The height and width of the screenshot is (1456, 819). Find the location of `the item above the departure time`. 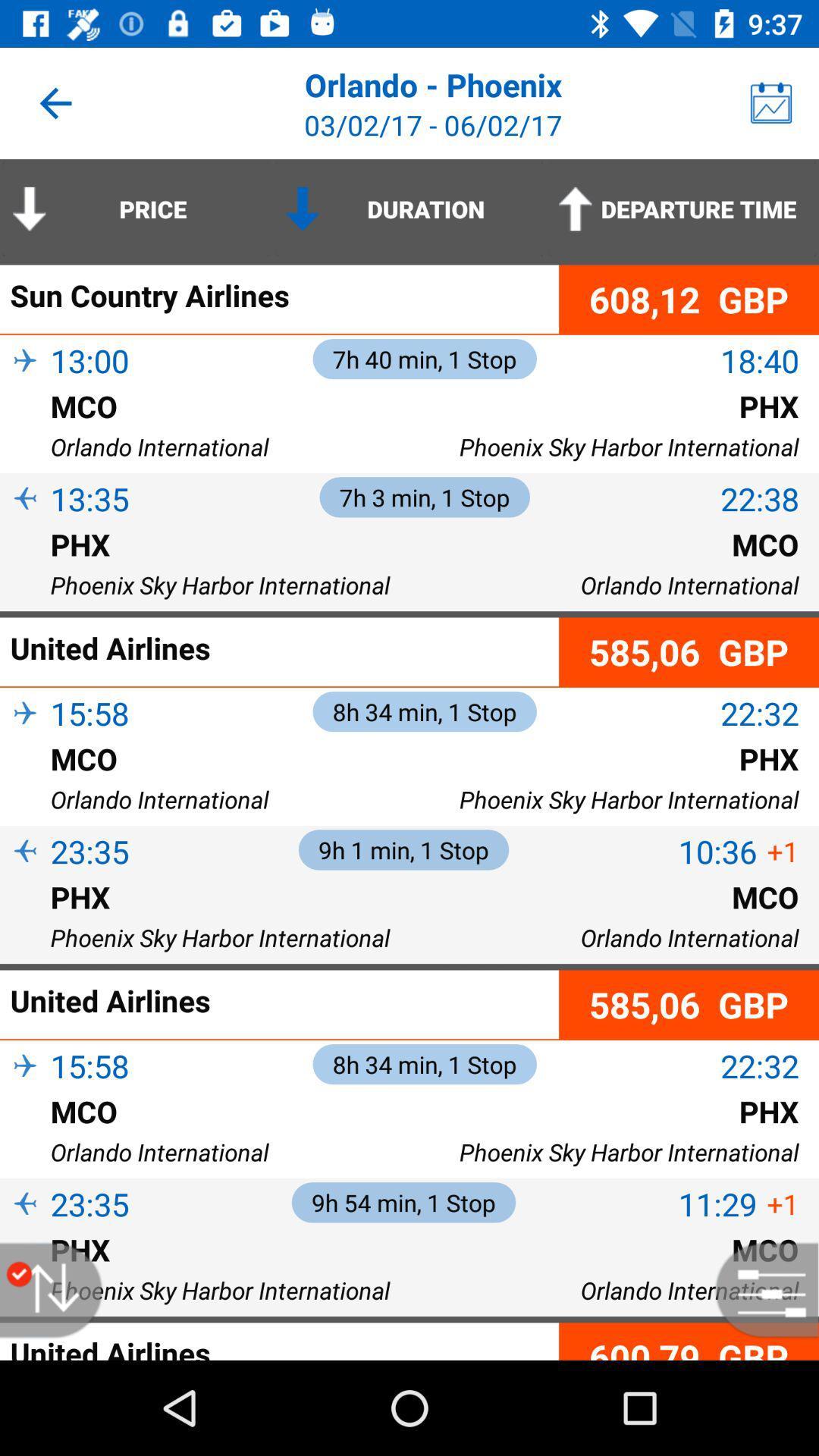

the item above the departure time is located at coordinates (771, 102).